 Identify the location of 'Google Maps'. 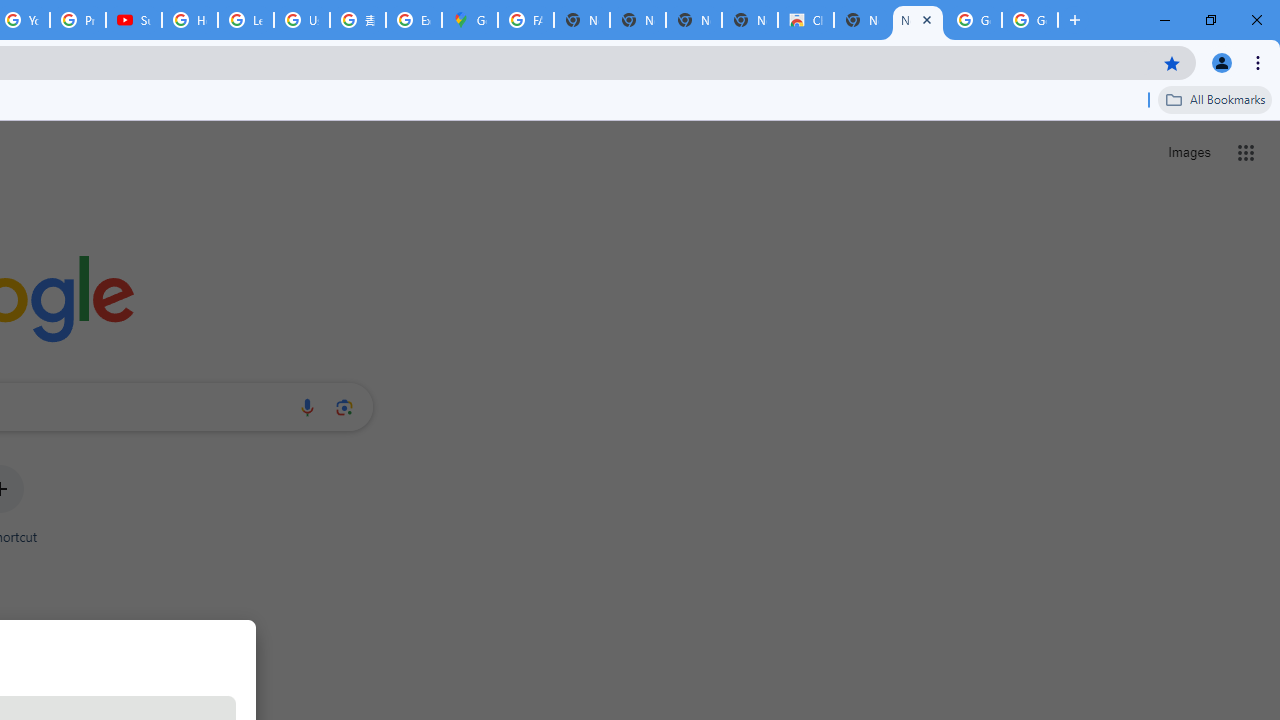
(468, 20).